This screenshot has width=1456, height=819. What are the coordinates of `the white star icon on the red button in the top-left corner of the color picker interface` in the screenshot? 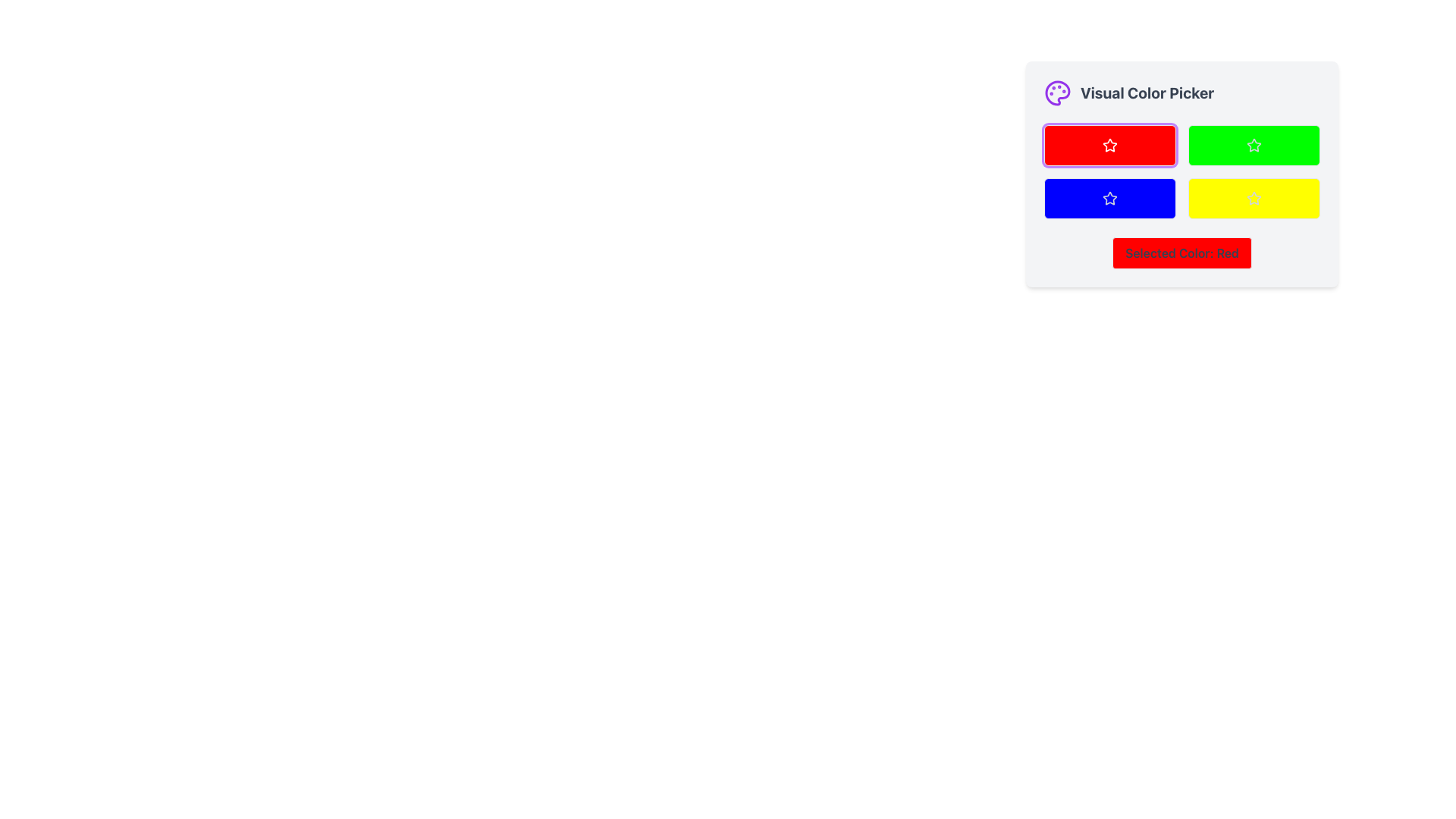 It's located at (1110, 146).